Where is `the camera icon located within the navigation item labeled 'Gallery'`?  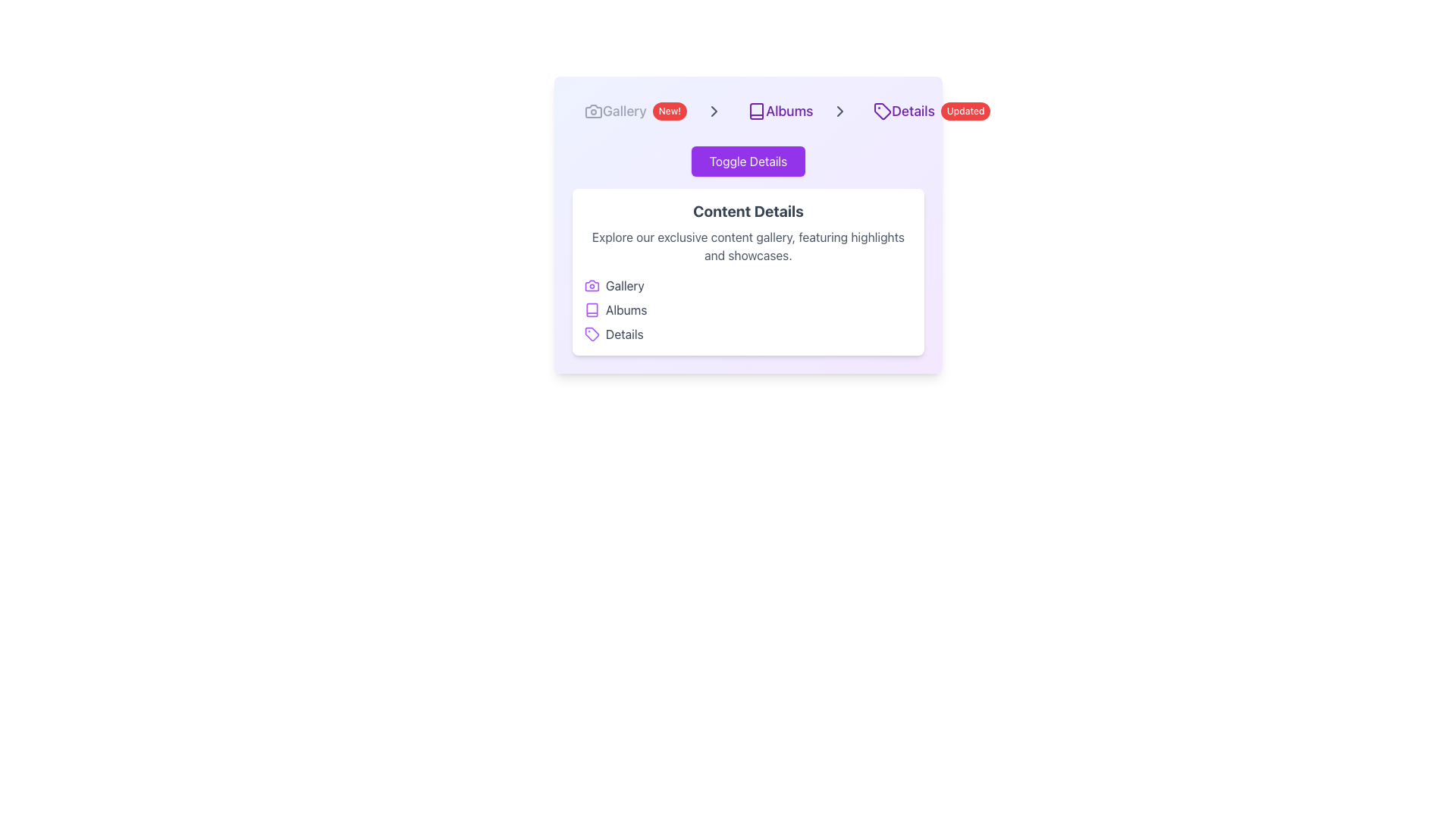
the camera icon located within the navigation item labeled 'Gallery' is located at coordinates (592, 110).